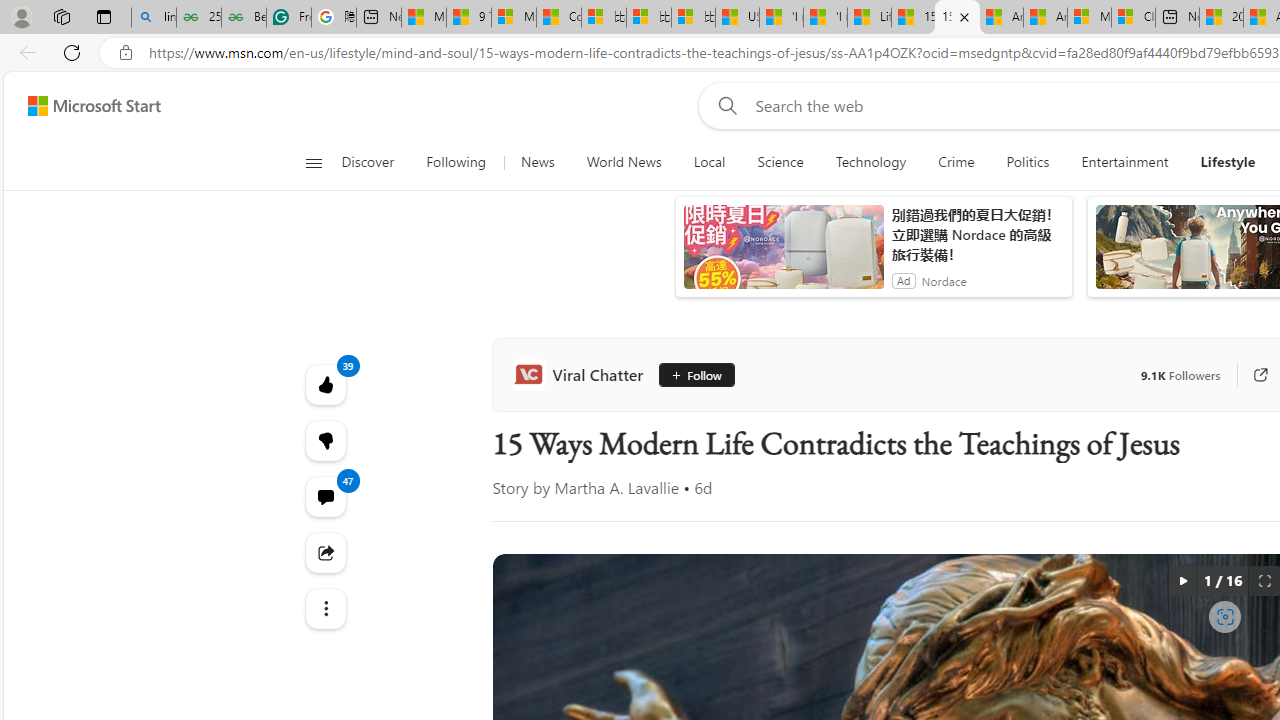  Describe the element at coordinates (61, 16) in the screenshot. I see `'Workspaces'` at that location.